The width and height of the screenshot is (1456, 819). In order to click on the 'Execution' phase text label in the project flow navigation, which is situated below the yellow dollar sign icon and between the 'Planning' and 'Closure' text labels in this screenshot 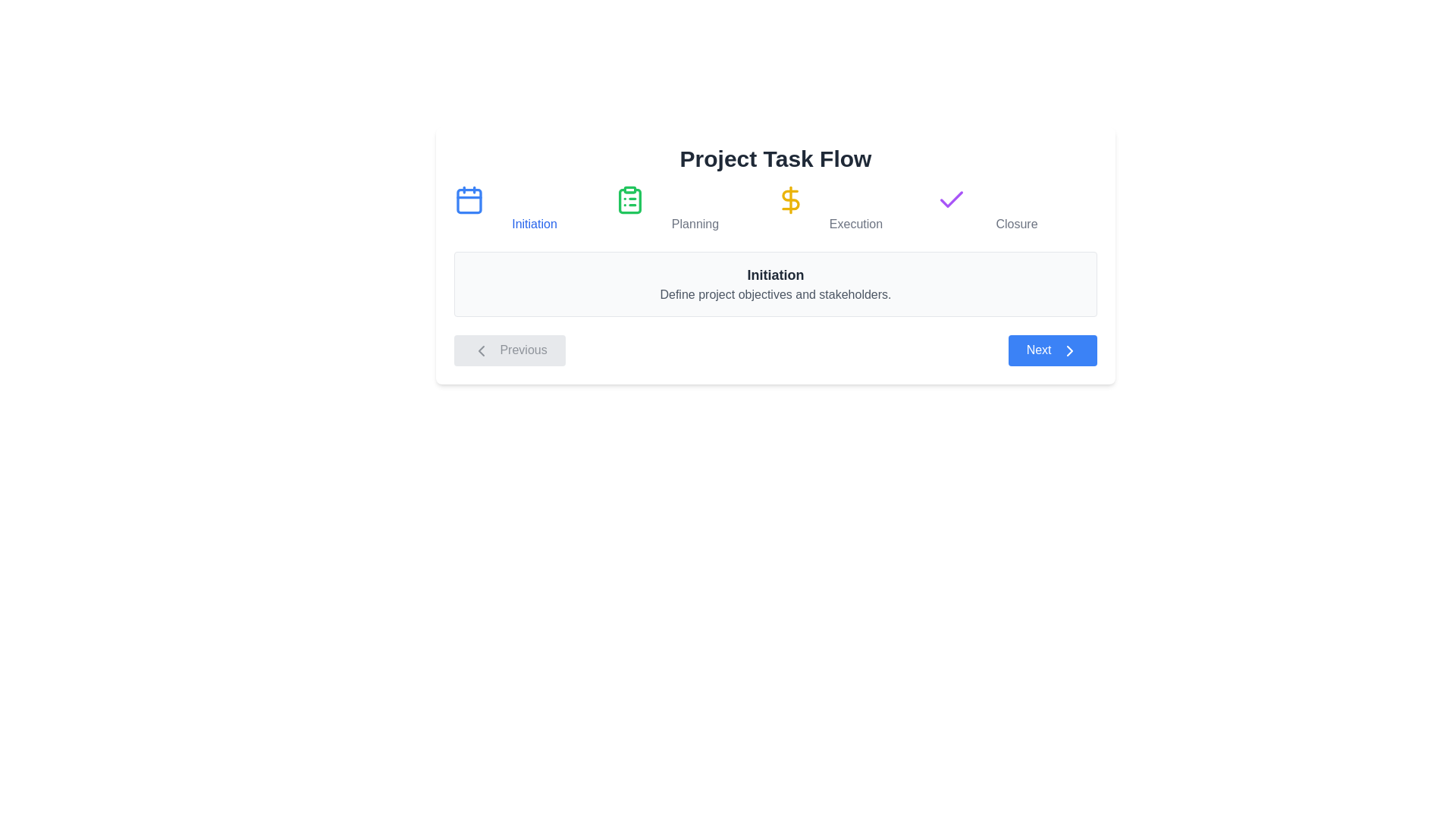, I will do `click(855, 224)`.